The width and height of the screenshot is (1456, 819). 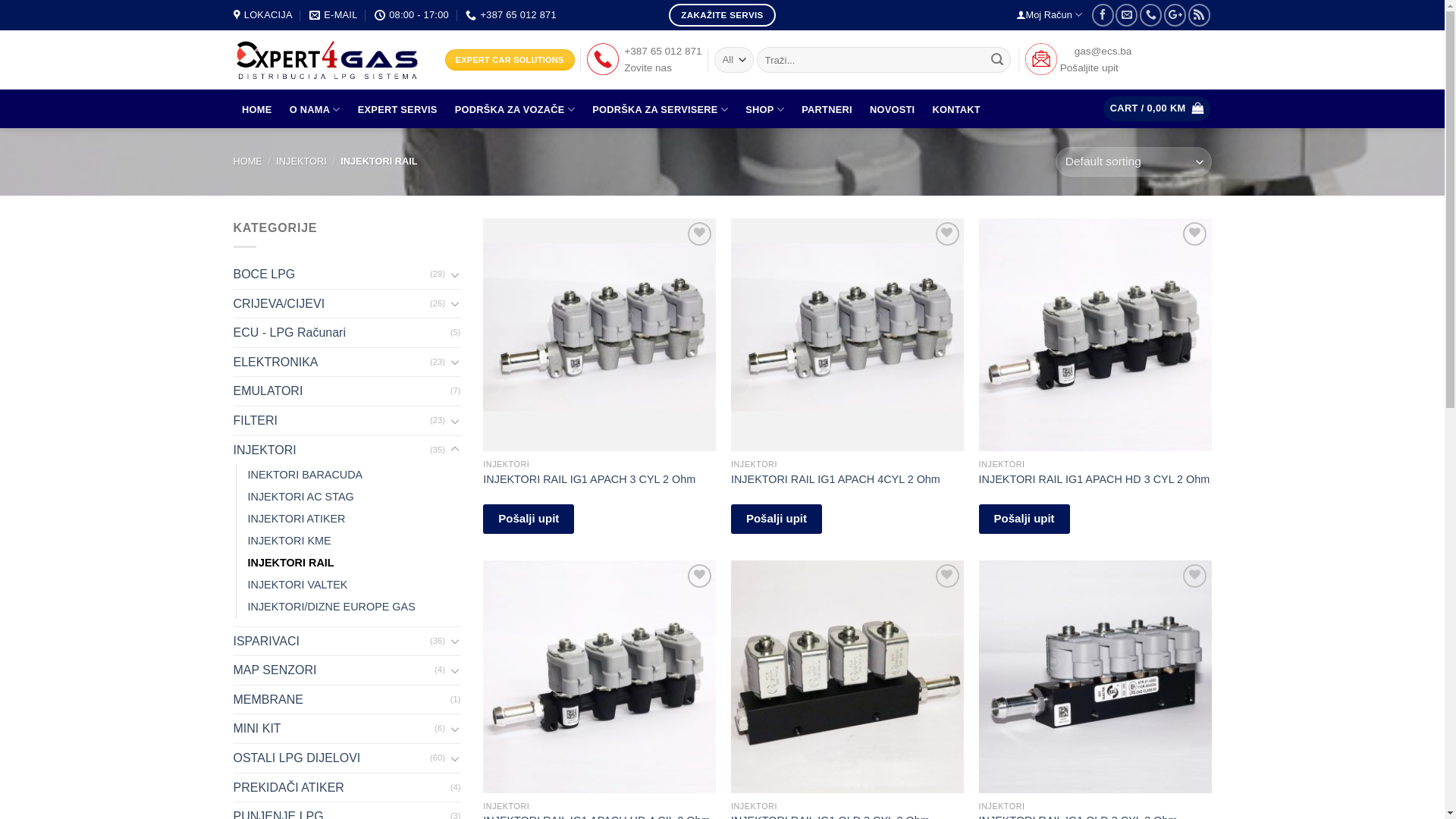 What do you see at coordinates (331, 304) in the screenshot?
I see `'CRIJEVA/CIJEVI'` at bounding box center [331, 304].